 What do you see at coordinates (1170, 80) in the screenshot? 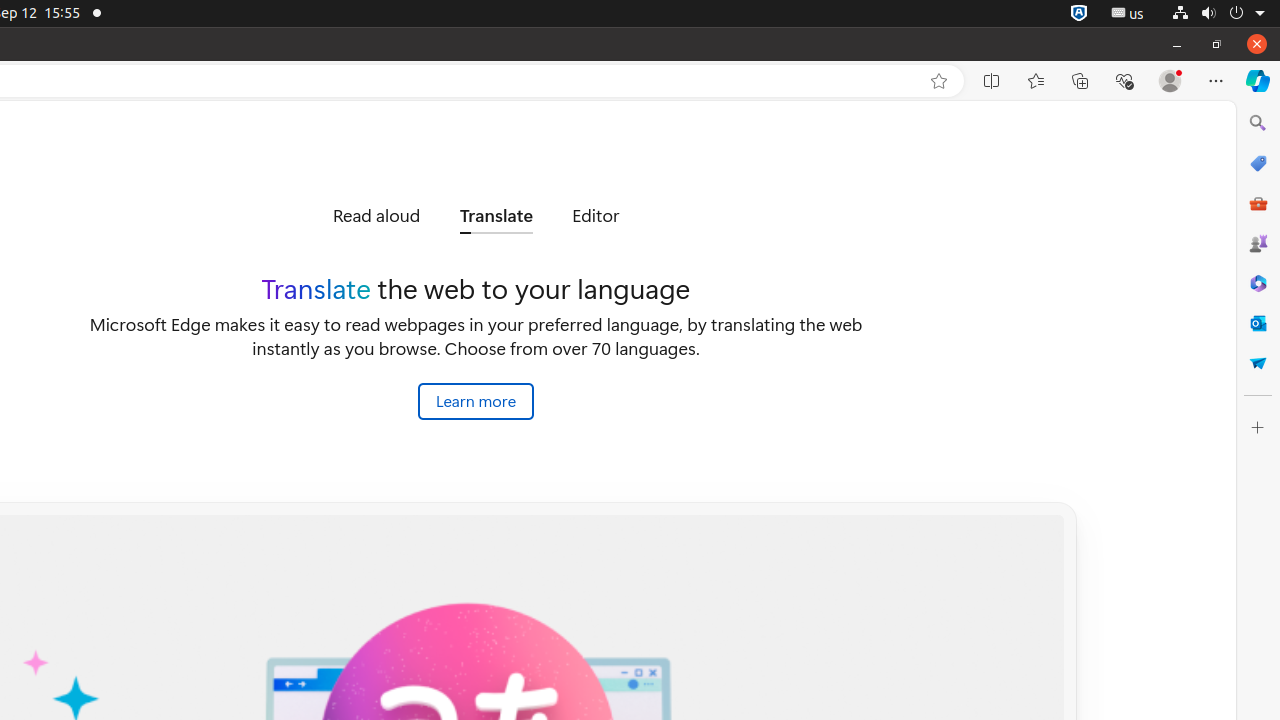
I see `'Profile 1 Profile, Please sign in'` at bounding box center [1170, 80].